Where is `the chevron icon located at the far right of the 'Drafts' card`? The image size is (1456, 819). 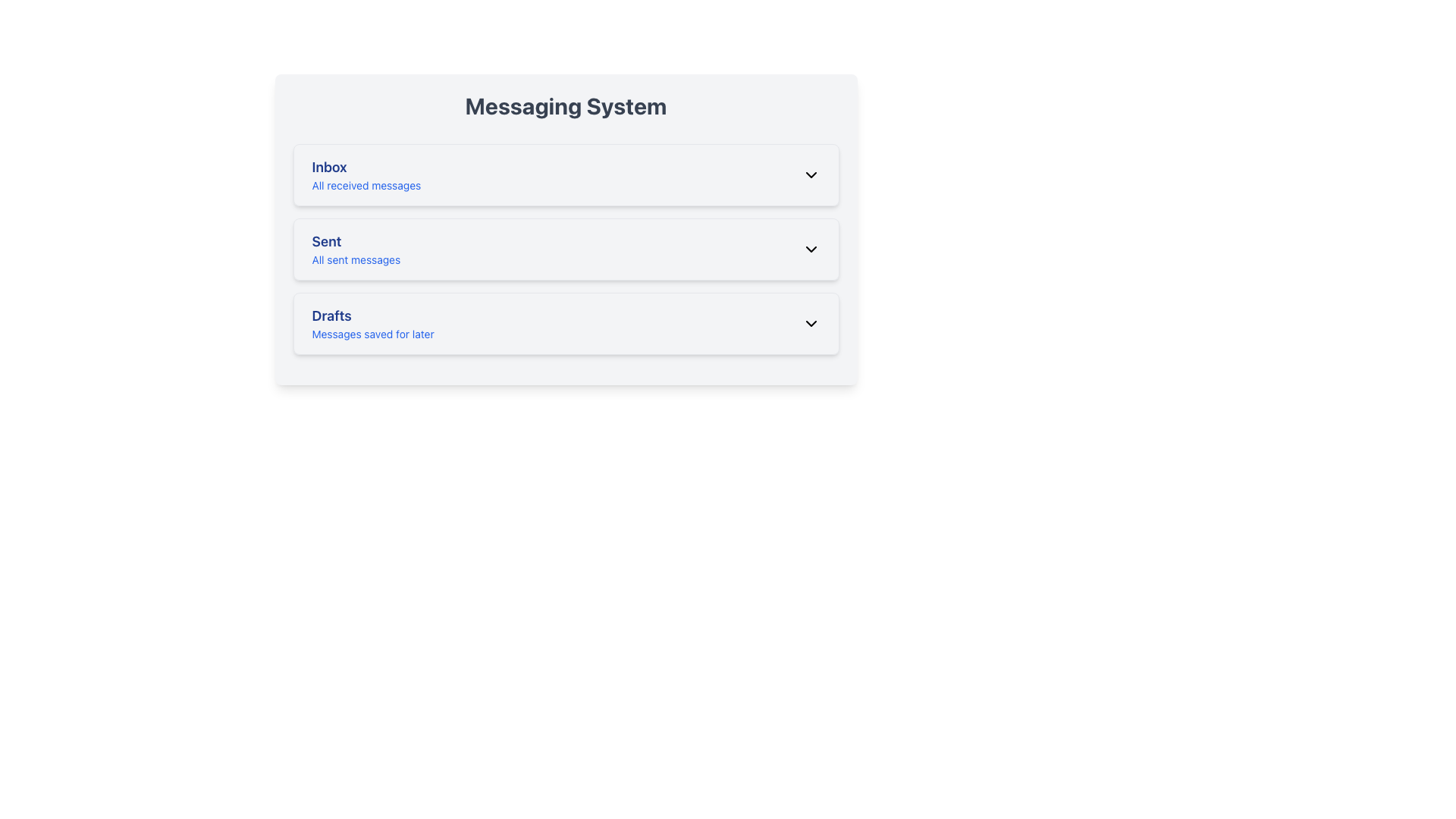 the chevron icon located at the far right of the 'Drafts' card is located at coordinates (810, 323).